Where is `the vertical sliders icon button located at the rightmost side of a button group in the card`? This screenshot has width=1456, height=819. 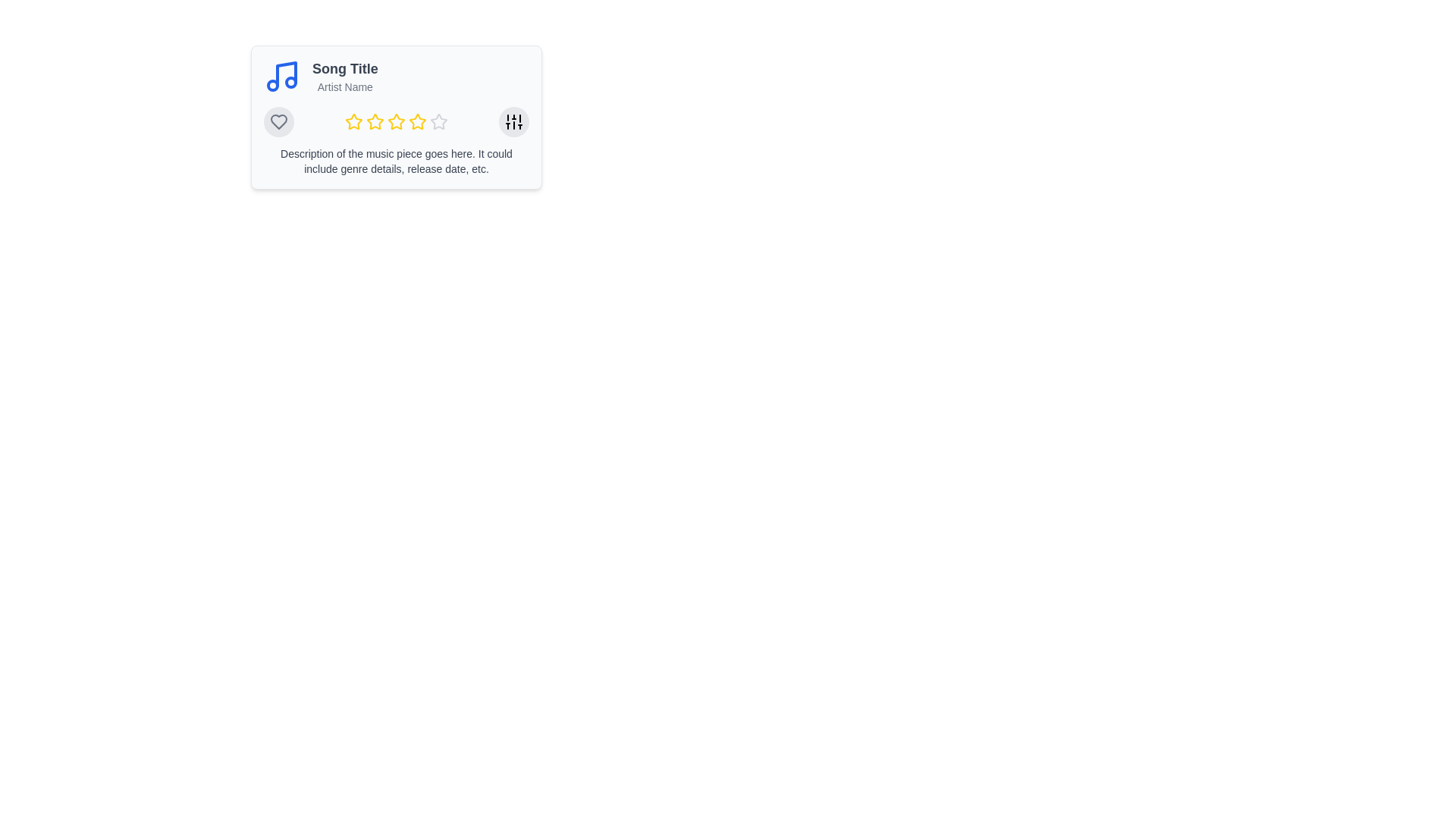
the vertical sliders icon button located at the rightmost side of a button group in the card is located at coordinates (513, 121).